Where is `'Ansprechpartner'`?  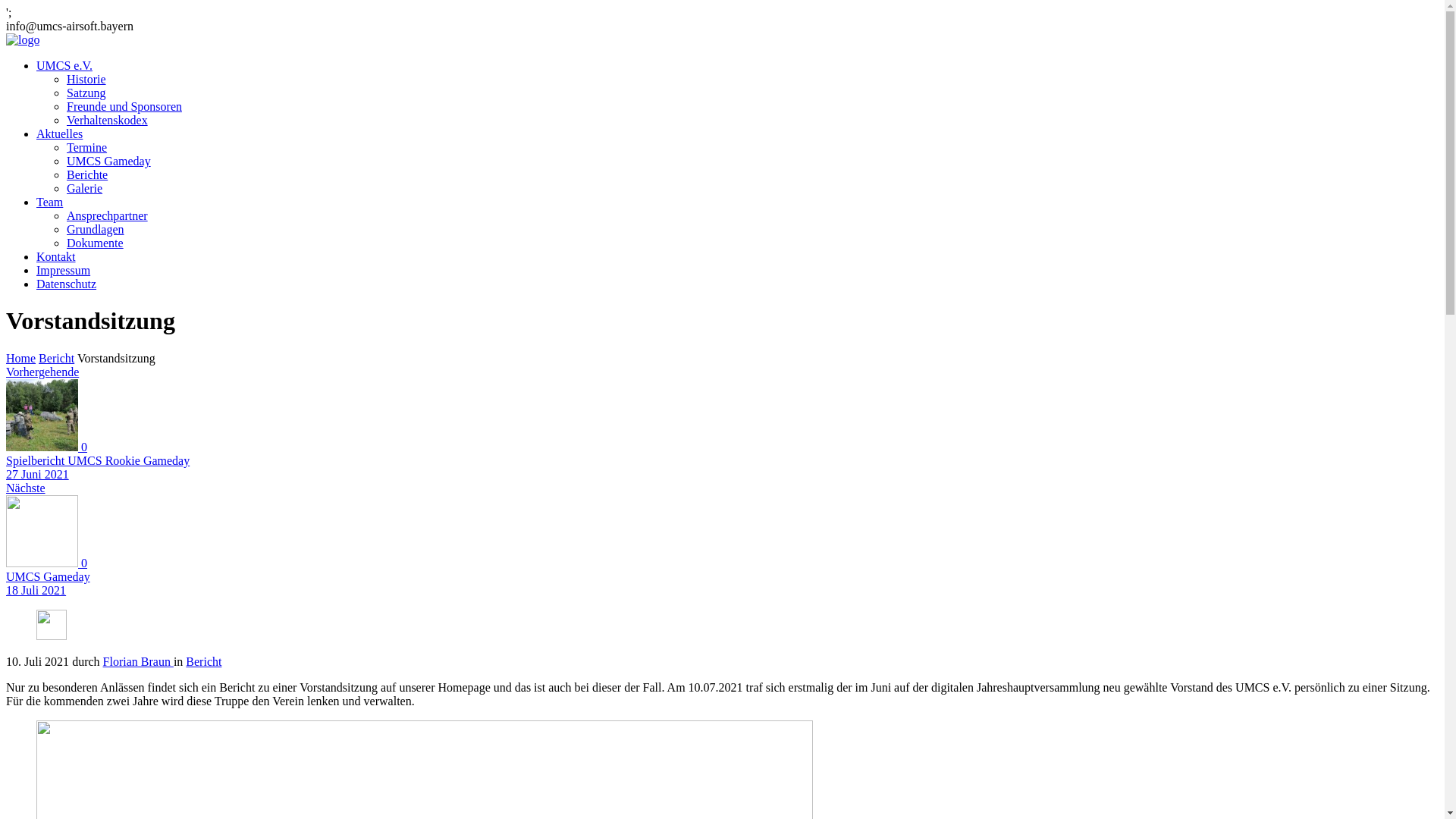
'Ansprechpartner' is located at coordinates (106, 215).